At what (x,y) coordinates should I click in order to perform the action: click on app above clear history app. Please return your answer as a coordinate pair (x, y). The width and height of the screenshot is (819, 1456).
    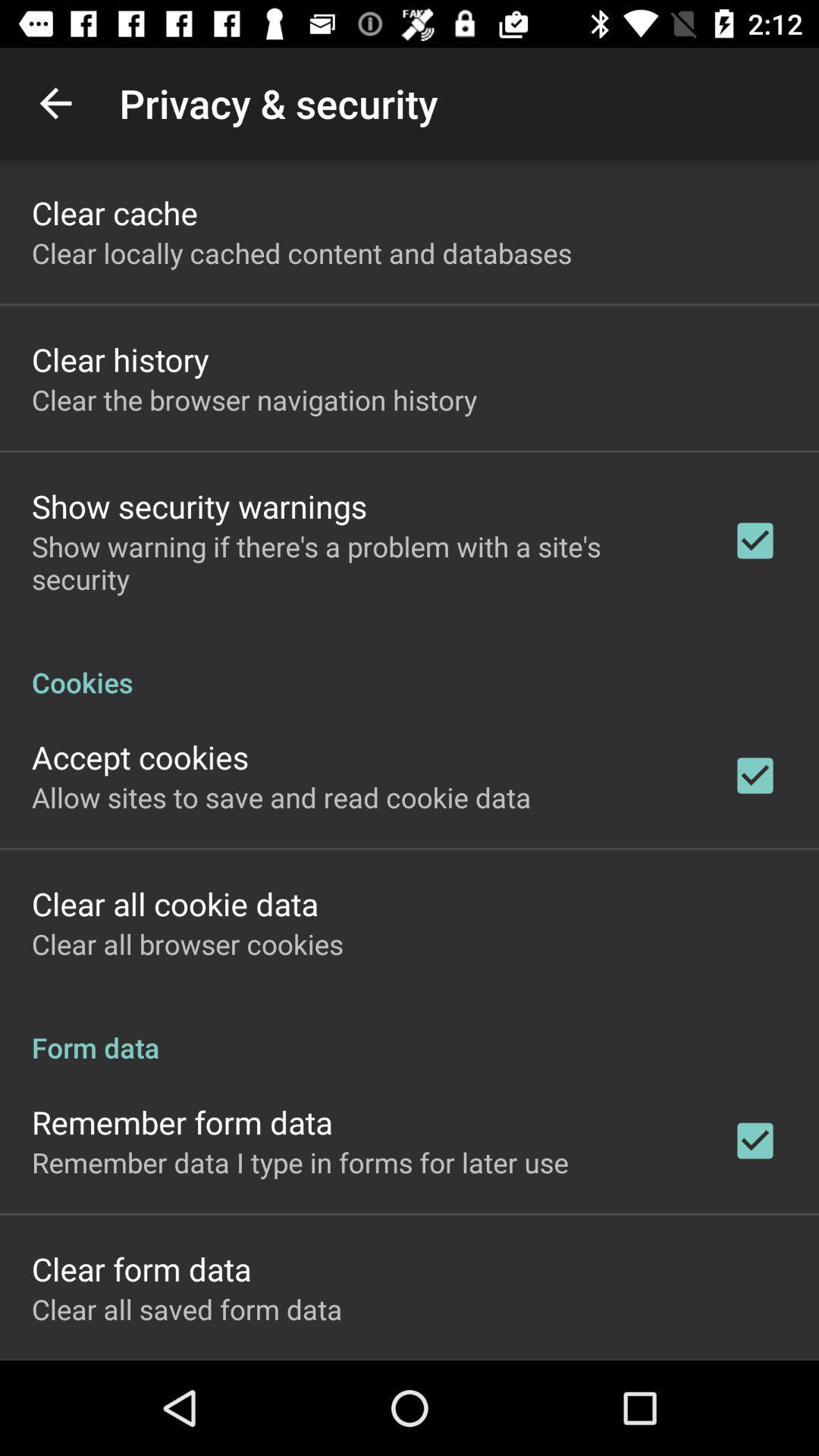
    Looking at the image, I should click on (302, 253).